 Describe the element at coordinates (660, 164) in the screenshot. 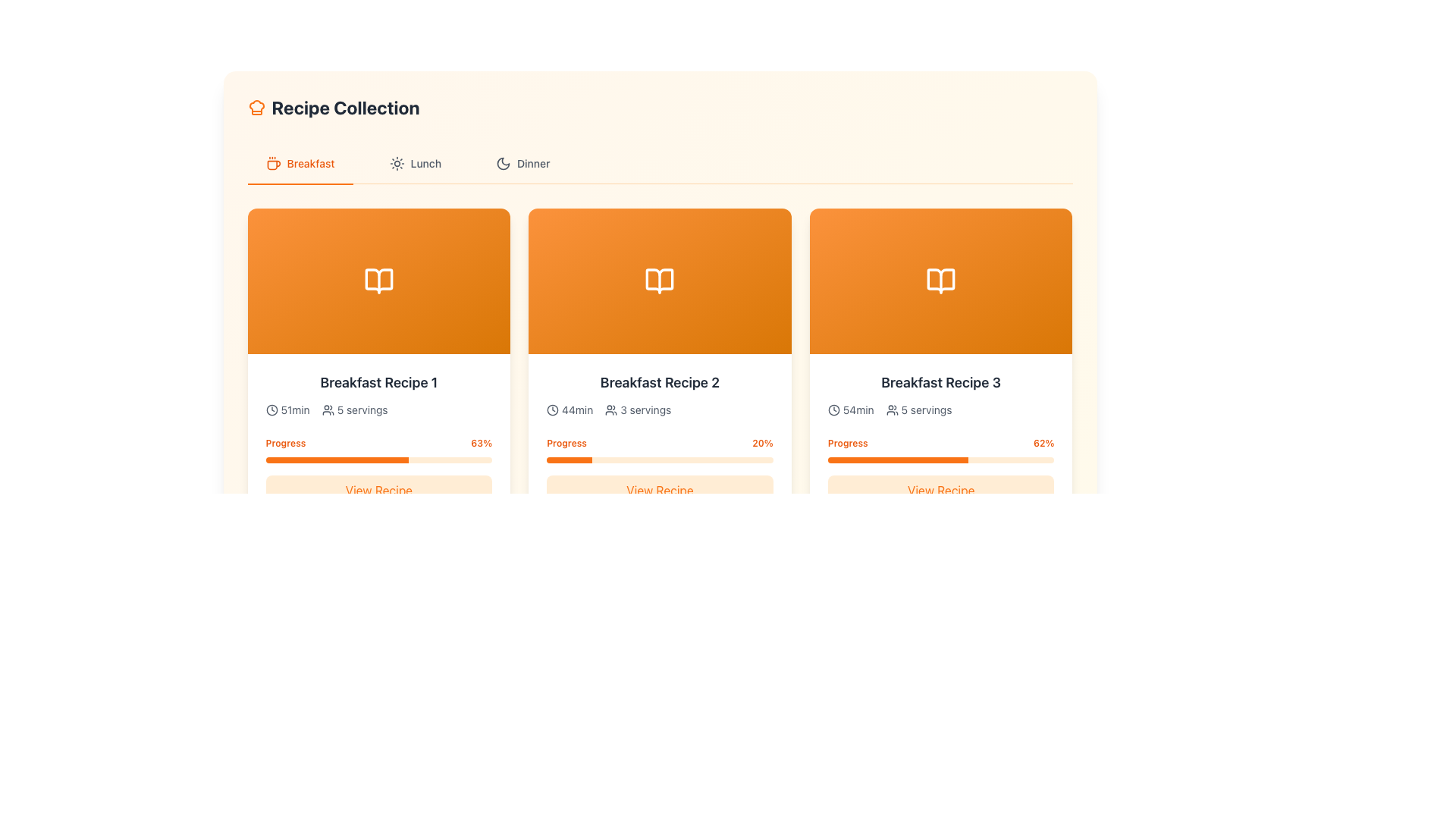

I see `the 'Dinner' tab in the recipe category selector` at that location.